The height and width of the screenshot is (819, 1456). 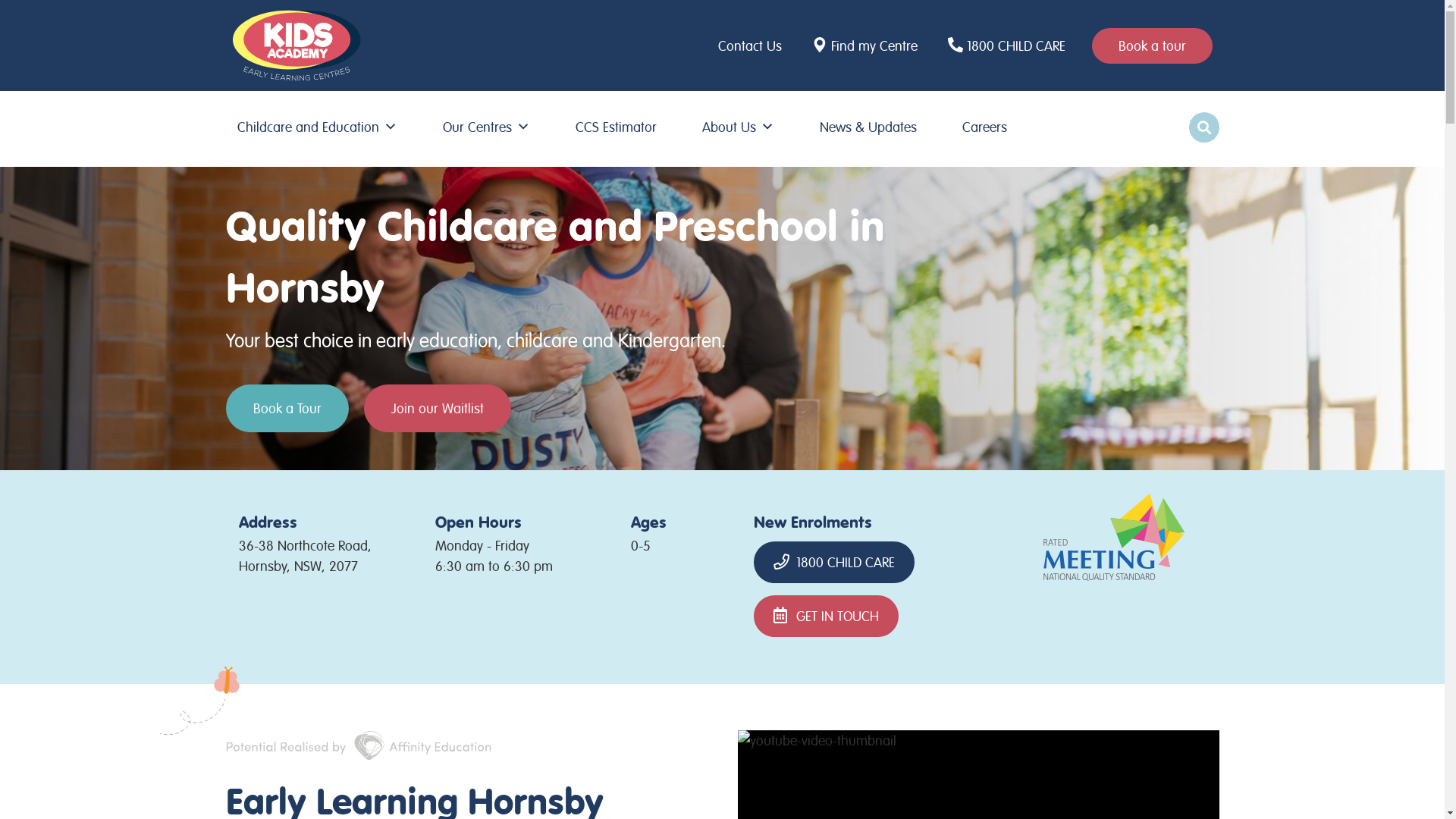 I want to click on '1800 CHILD CARE', so click(x=943, y=44).